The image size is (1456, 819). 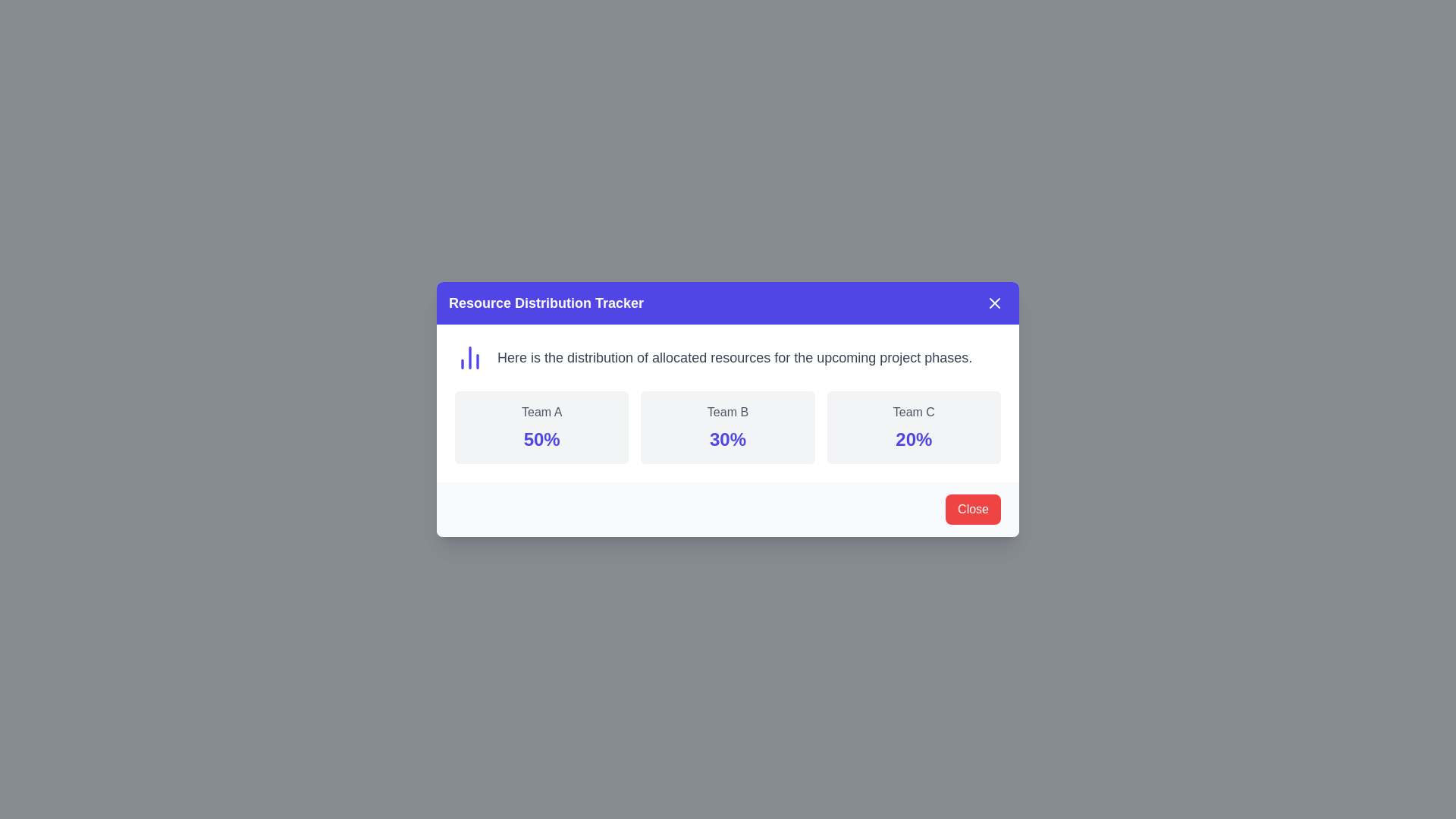 What do you see at coordinates (994, 303) in the screenshot?
I see `the close button located at the rightmost corner of the title bar of the 'Resource Distribution Tracker' modal dialog` at bounding box center [994, 303].